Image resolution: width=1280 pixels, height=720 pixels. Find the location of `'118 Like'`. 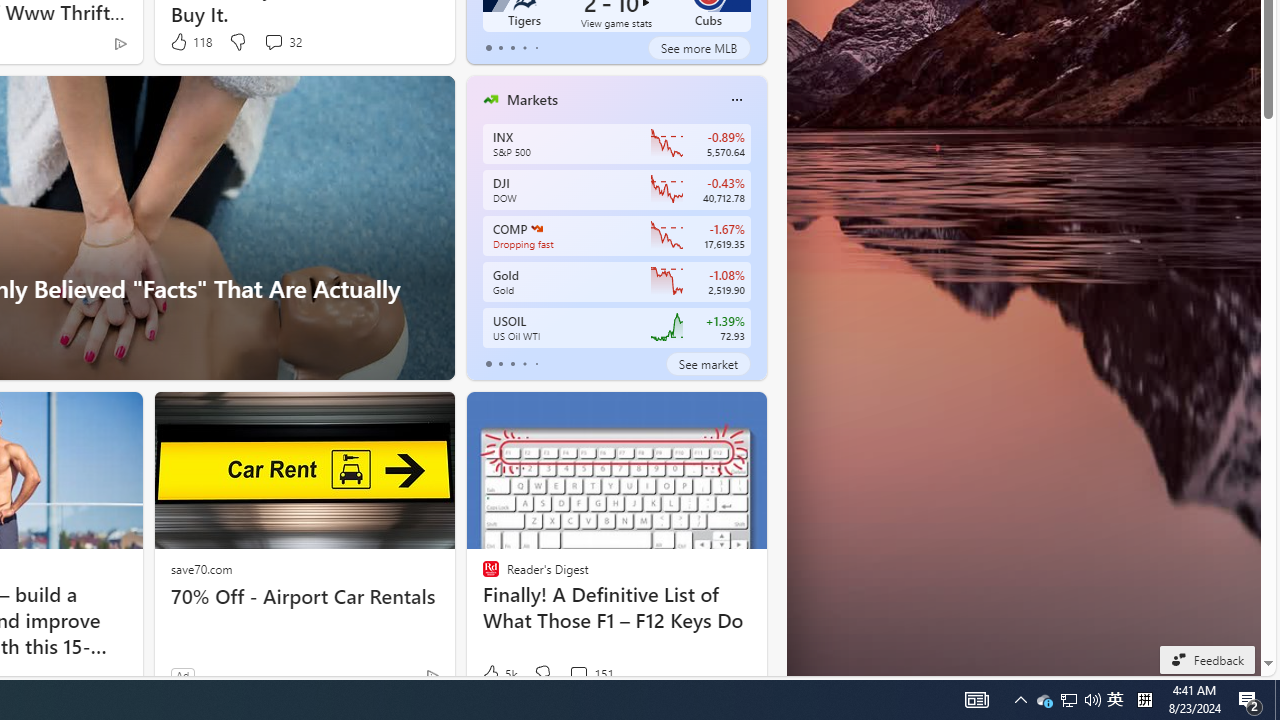

'118 Like' is located at coordinates (190, 42).